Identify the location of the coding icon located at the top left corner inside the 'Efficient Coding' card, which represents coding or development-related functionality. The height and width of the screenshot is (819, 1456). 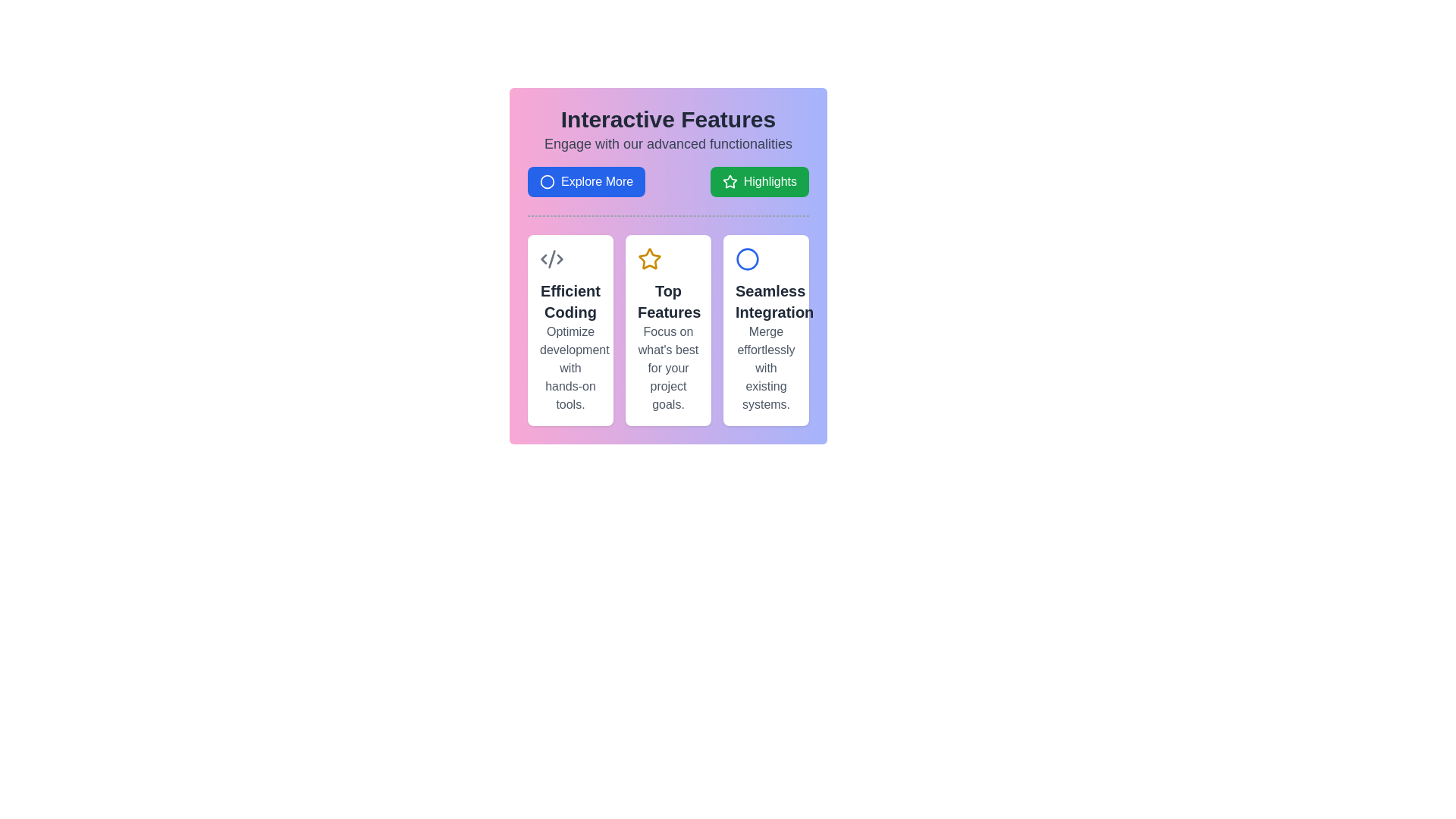
(551, 259).